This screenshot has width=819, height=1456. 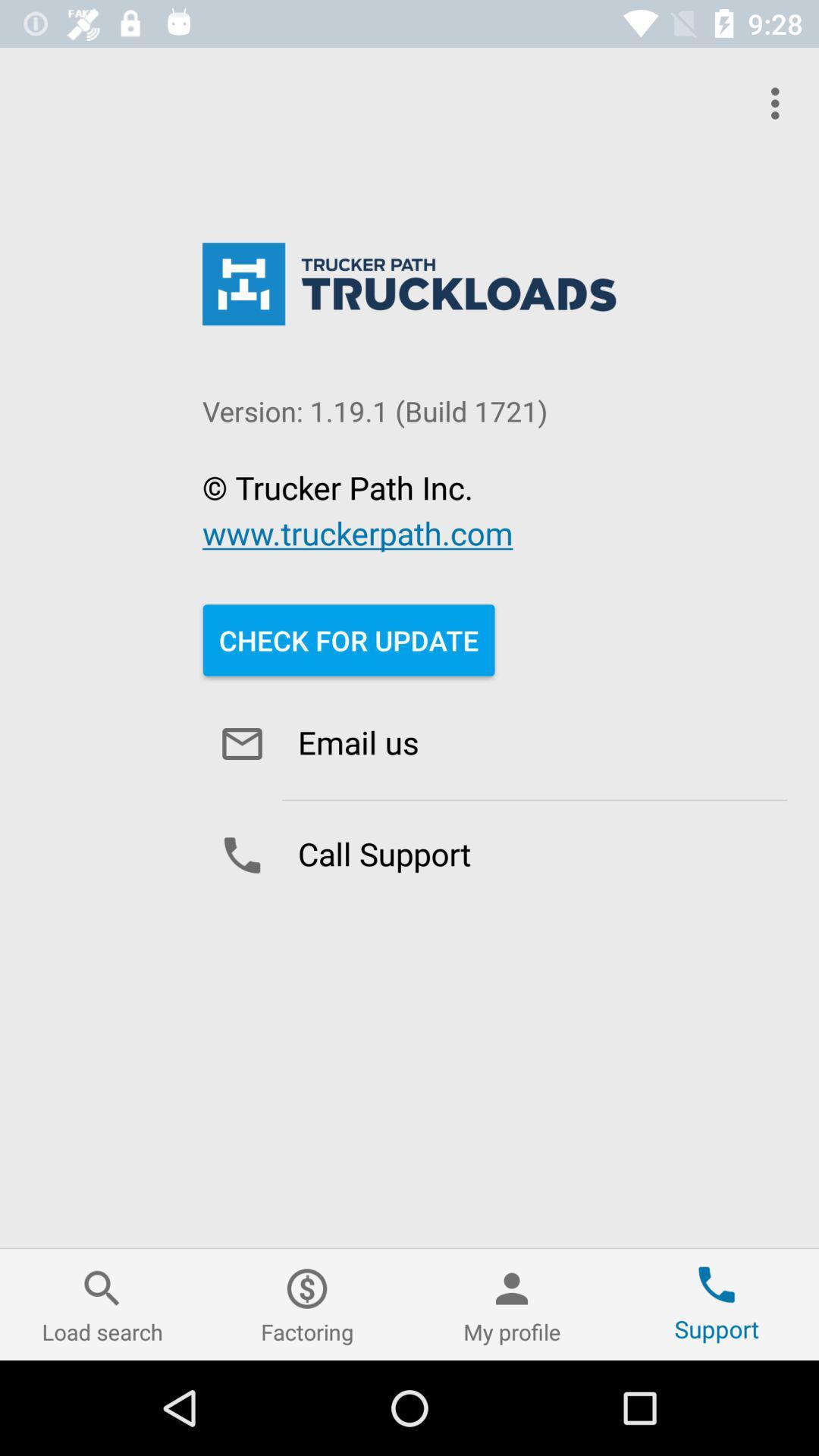 What do you see at coordinates (307, 1304) in the screenshot?
I see `factoring` at bounding box center [307, 1304].